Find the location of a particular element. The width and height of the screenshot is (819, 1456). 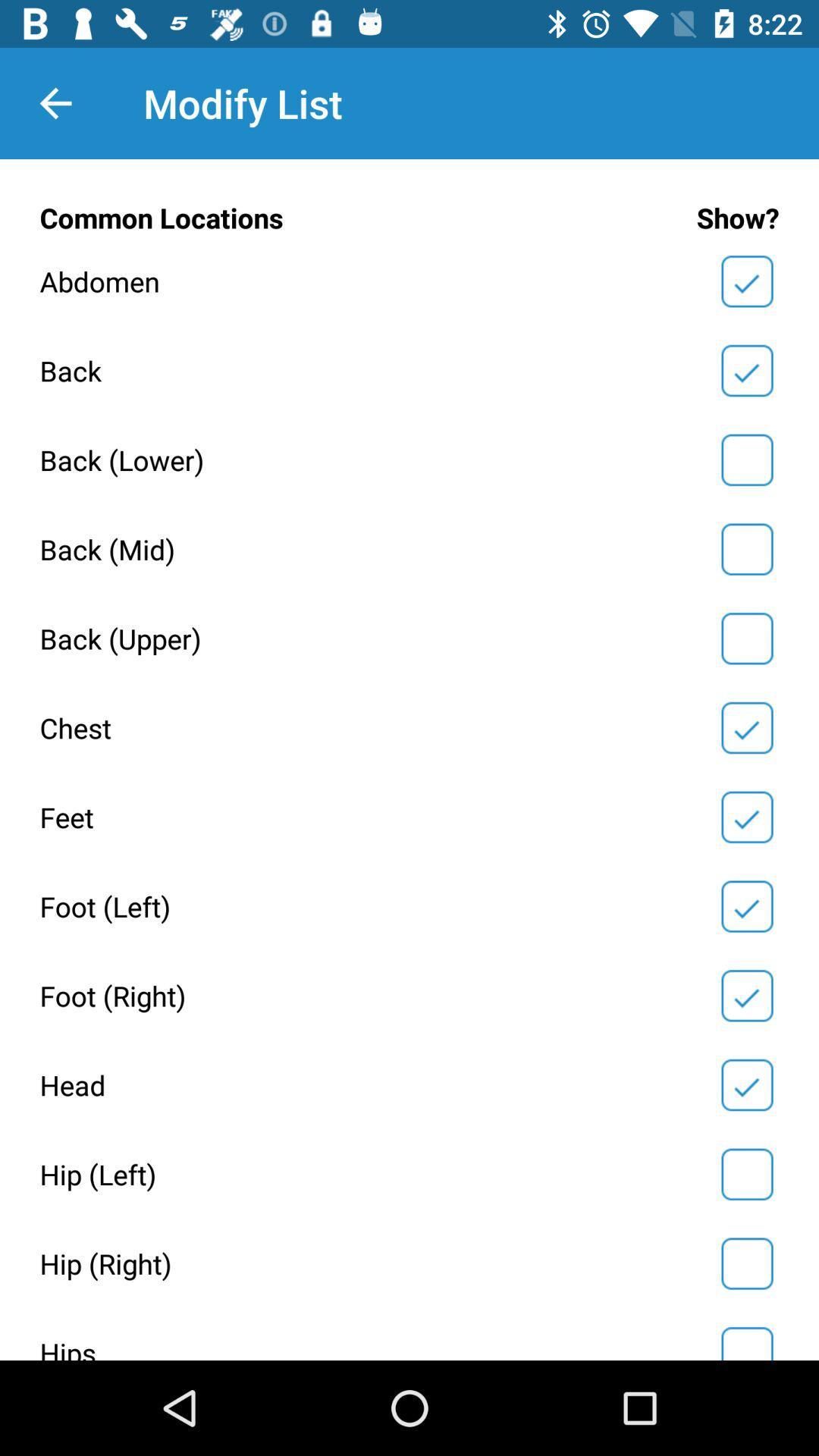

show left hip is located at coordinates (746, 1173).